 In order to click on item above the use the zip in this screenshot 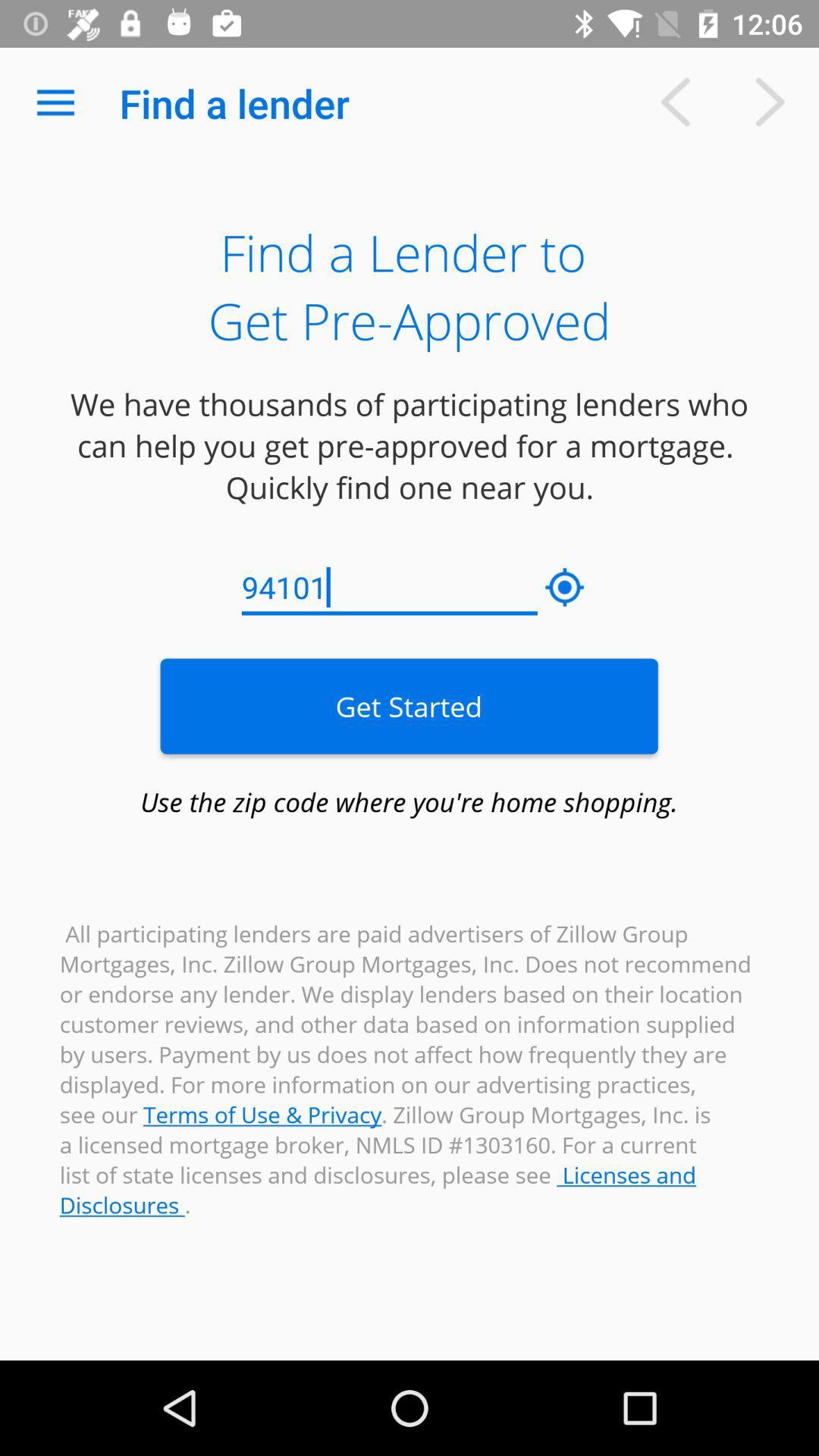, I will do `click(408, 705)`.